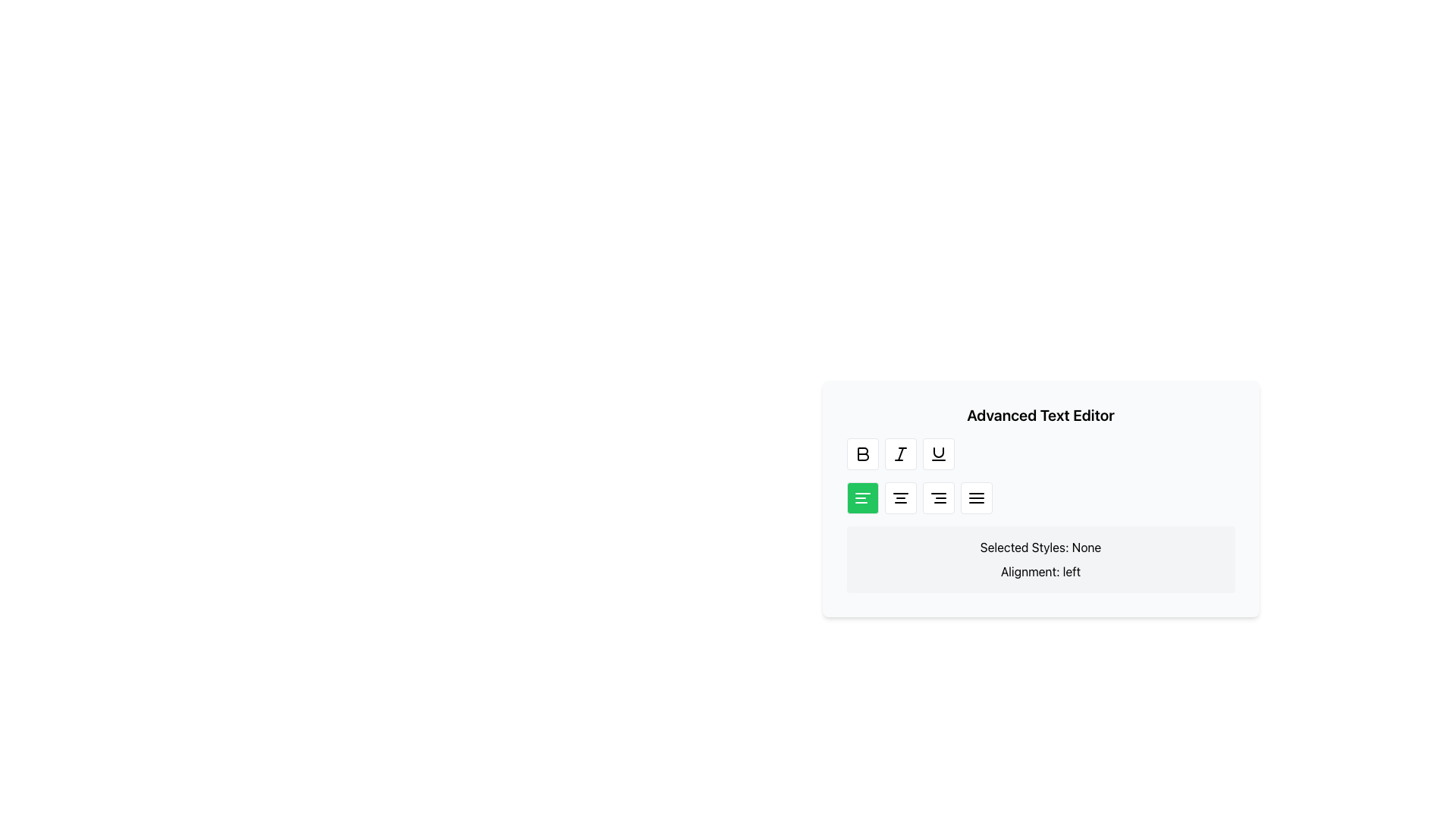  What do you see at coordinates (900, 497) in the screenshot?
I see `the alignment tool button, which is represented by three horizontal black lines of varying lengths, located in the second row of the 'Advanced Text Editor' UI section, specifically the second button from the left` at bounding box center [900, 497].